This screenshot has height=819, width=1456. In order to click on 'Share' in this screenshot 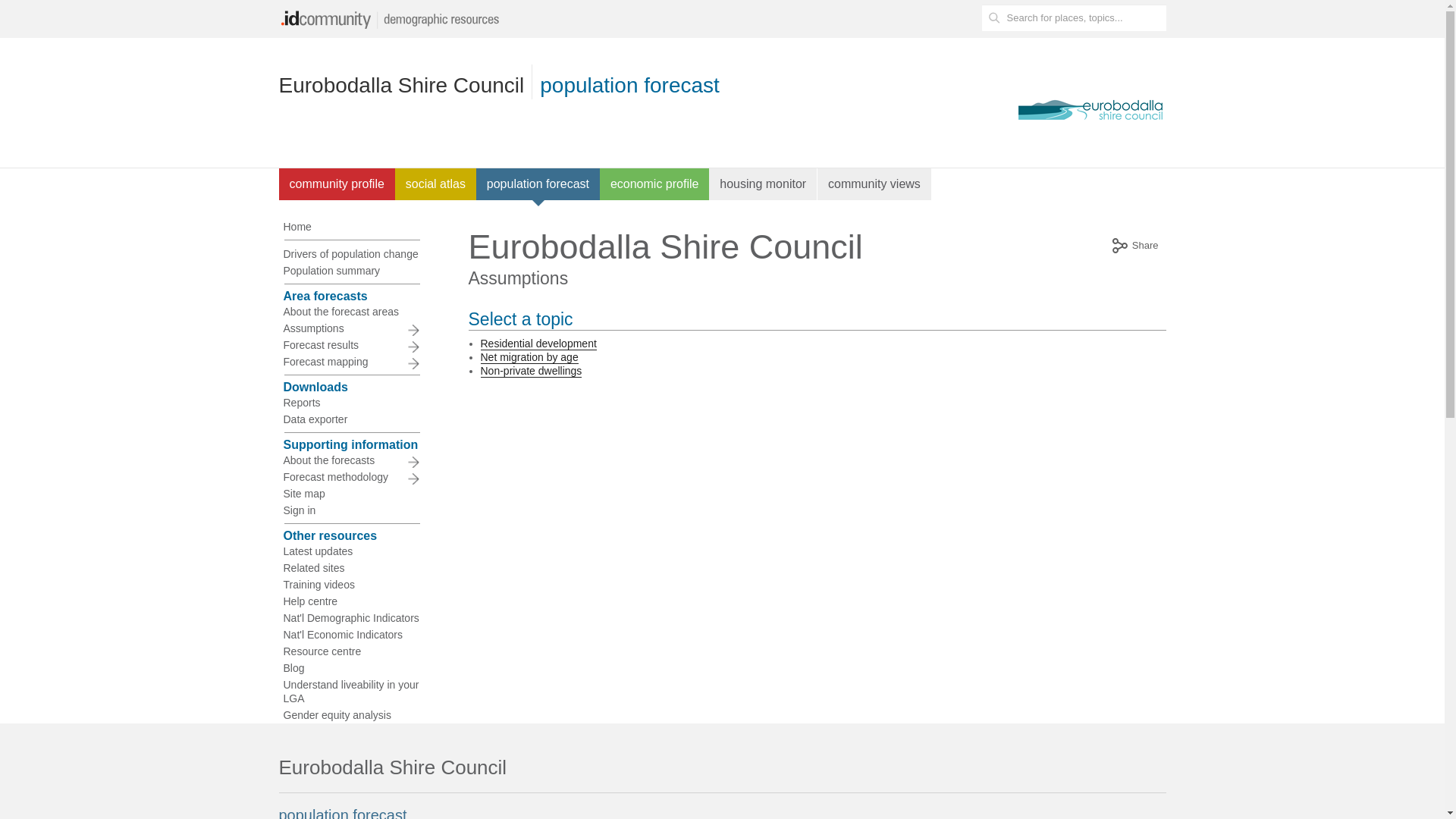, I will do `click(1134, 246)`.